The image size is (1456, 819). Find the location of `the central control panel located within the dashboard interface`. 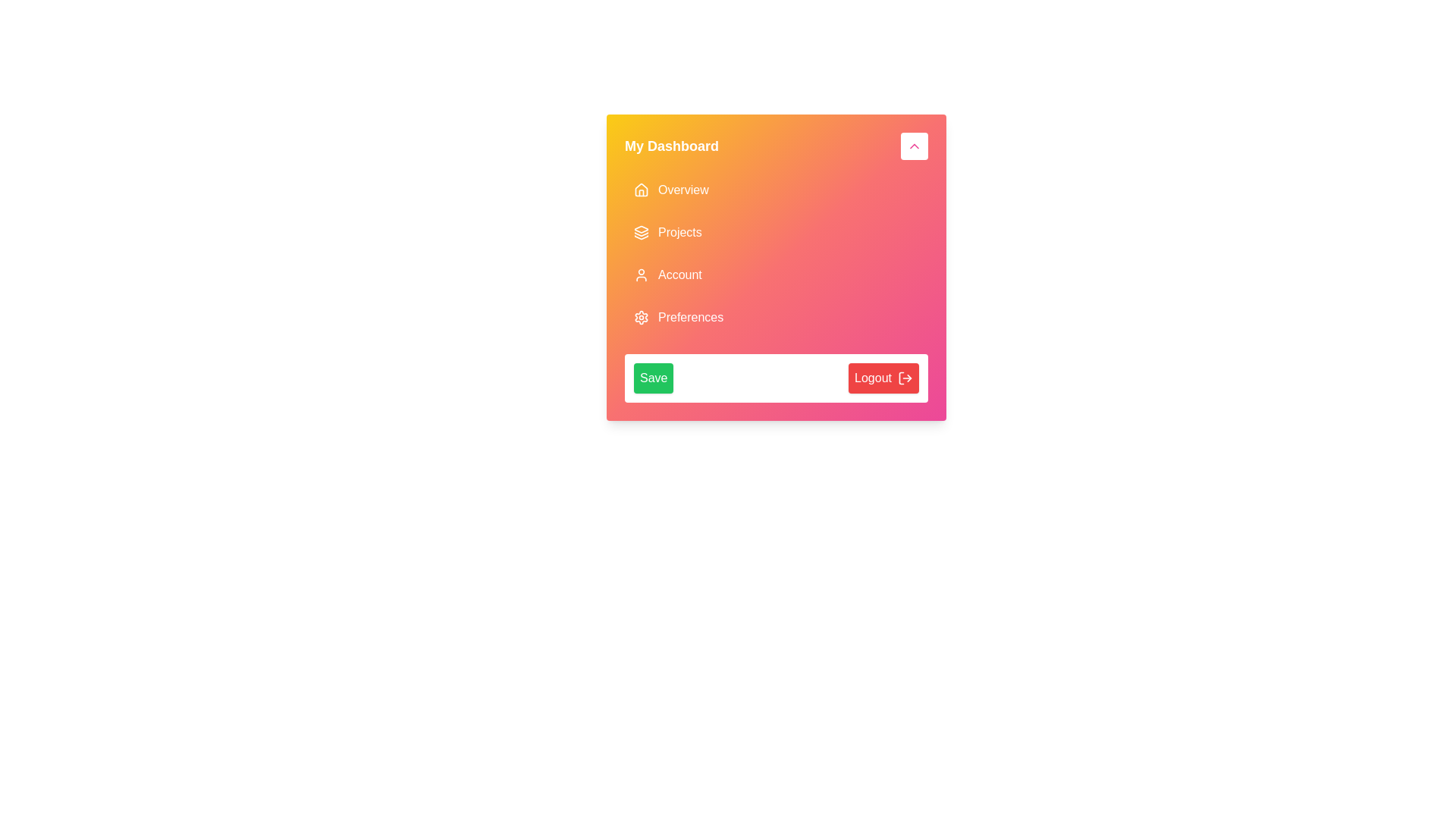

the central control panel located within the dashboard interface is located at coordinates (776, 267).